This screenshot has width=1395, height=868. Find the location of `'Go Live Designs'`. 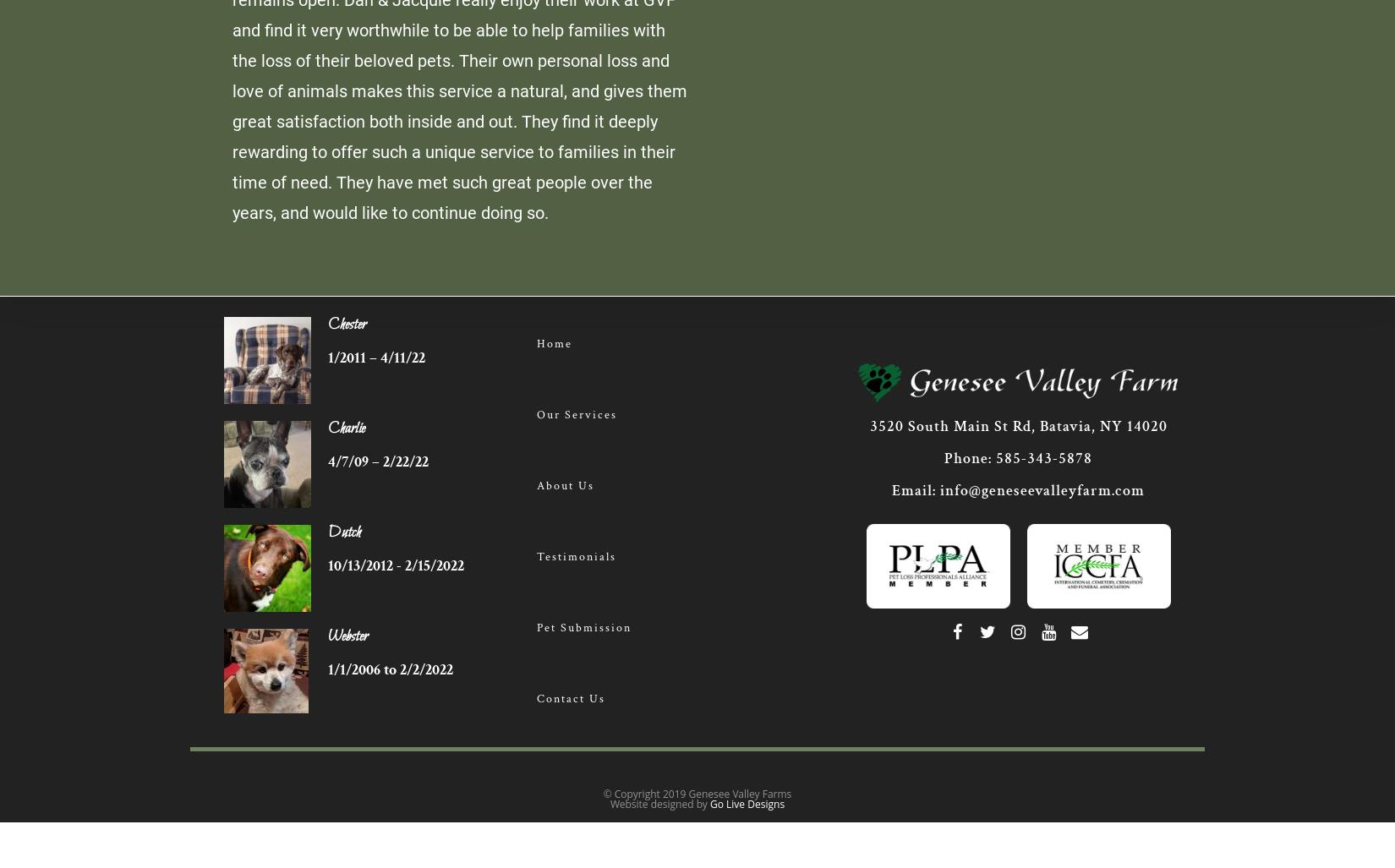

'Go Live Designs' is located at coordinates (747, 804).